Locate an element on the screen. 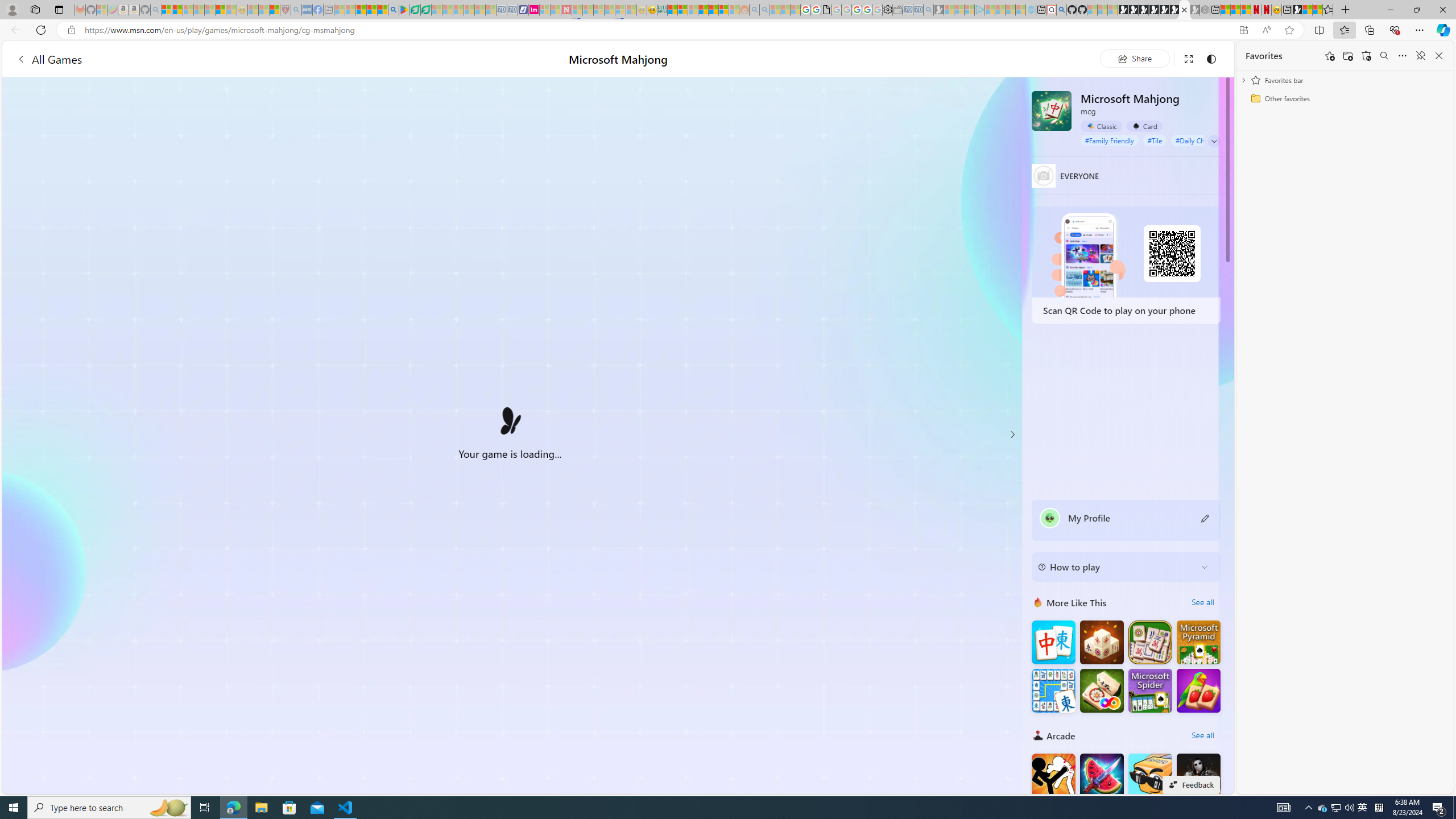  'Close favorites' is located at coordinates (1439, 55).